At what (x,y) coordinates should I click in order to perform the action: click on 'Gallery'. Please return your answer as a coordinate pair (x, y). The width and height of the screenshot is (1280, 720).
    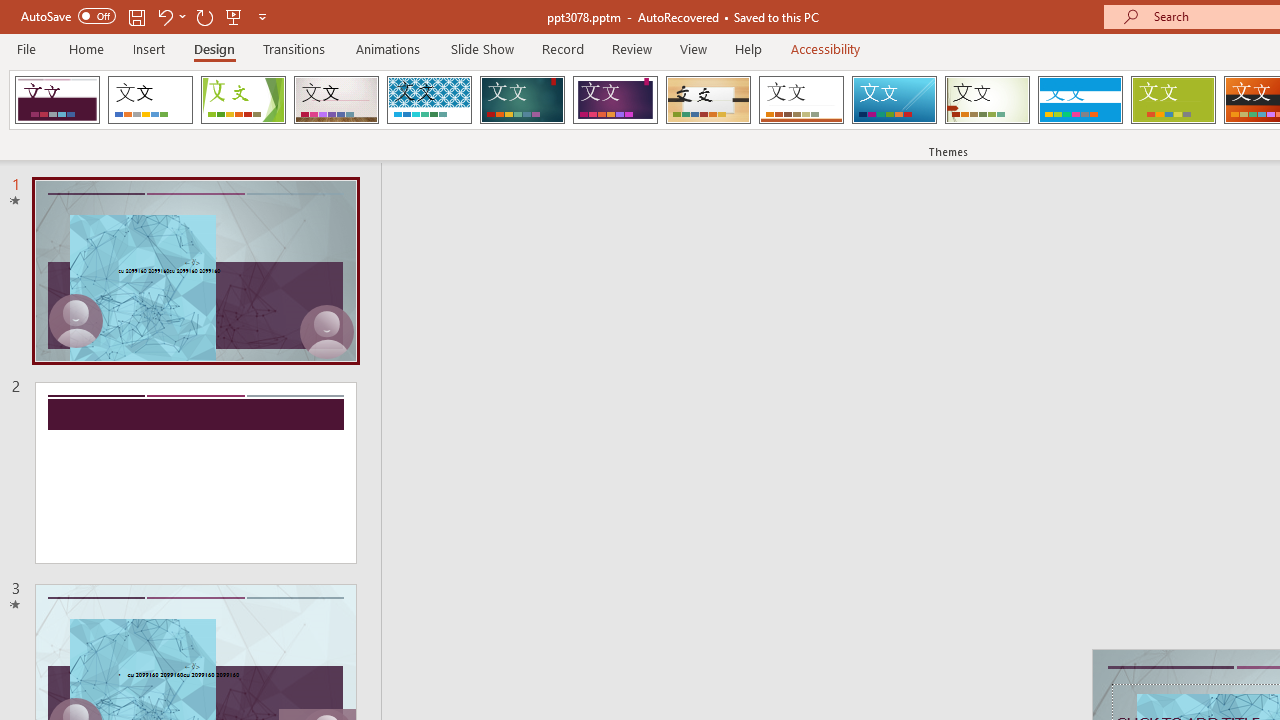
    Looking at the image, I should click on (336, 100).